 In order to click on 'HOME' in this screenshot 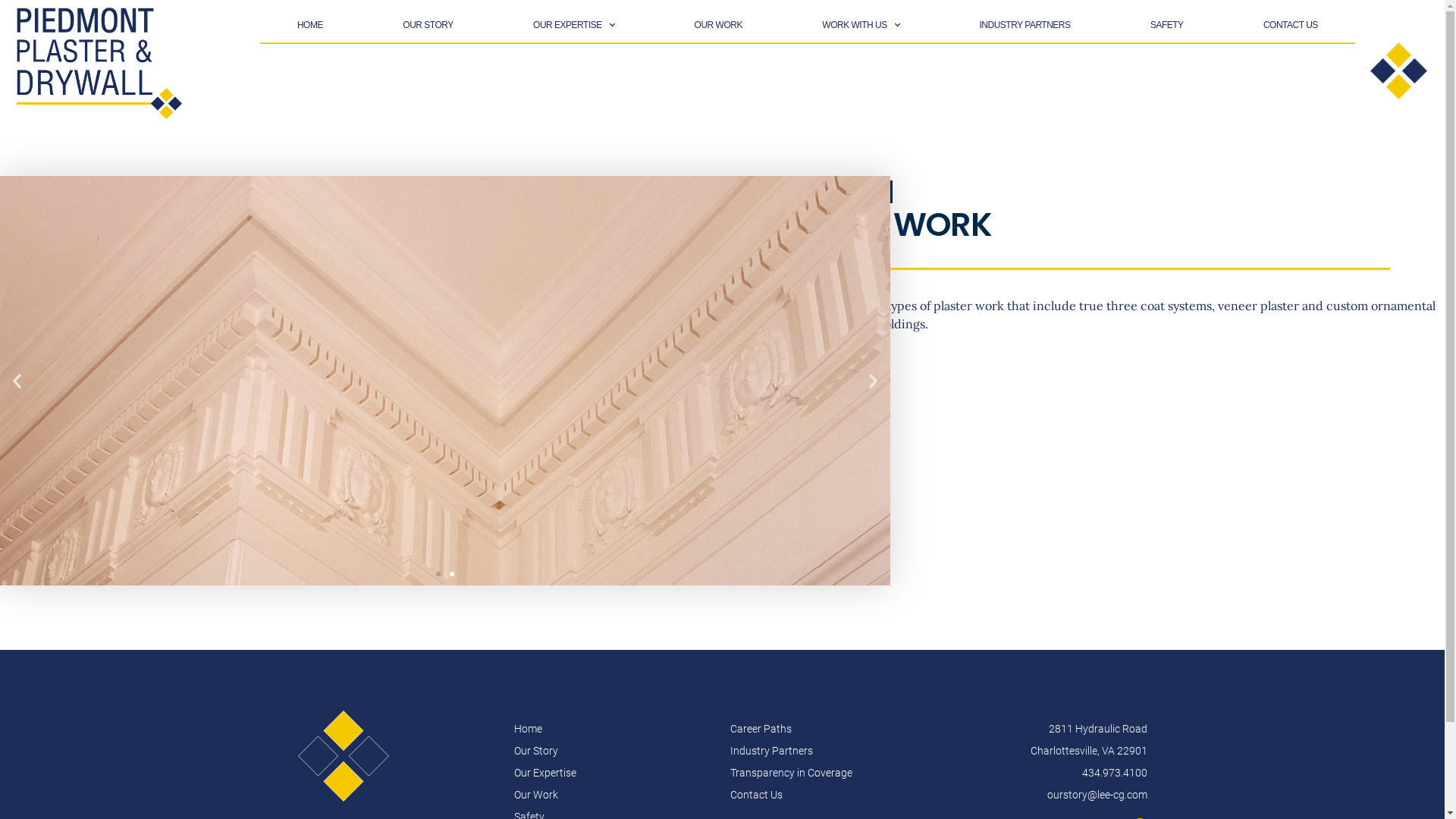, I will do `click(309, 25)`.